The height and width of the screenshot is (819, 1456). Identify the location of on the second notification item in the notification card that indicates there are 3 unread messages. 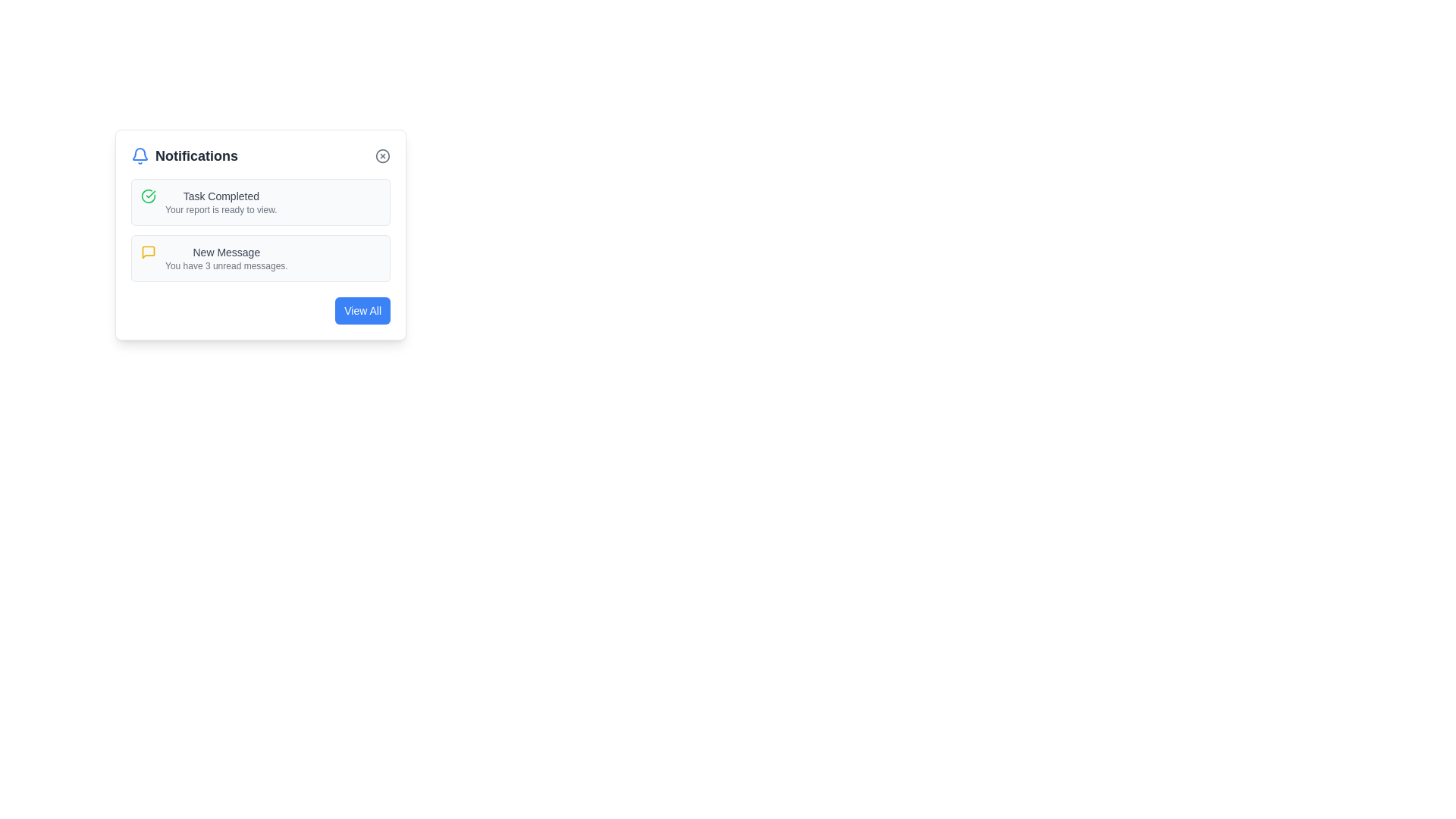
(261, 257).